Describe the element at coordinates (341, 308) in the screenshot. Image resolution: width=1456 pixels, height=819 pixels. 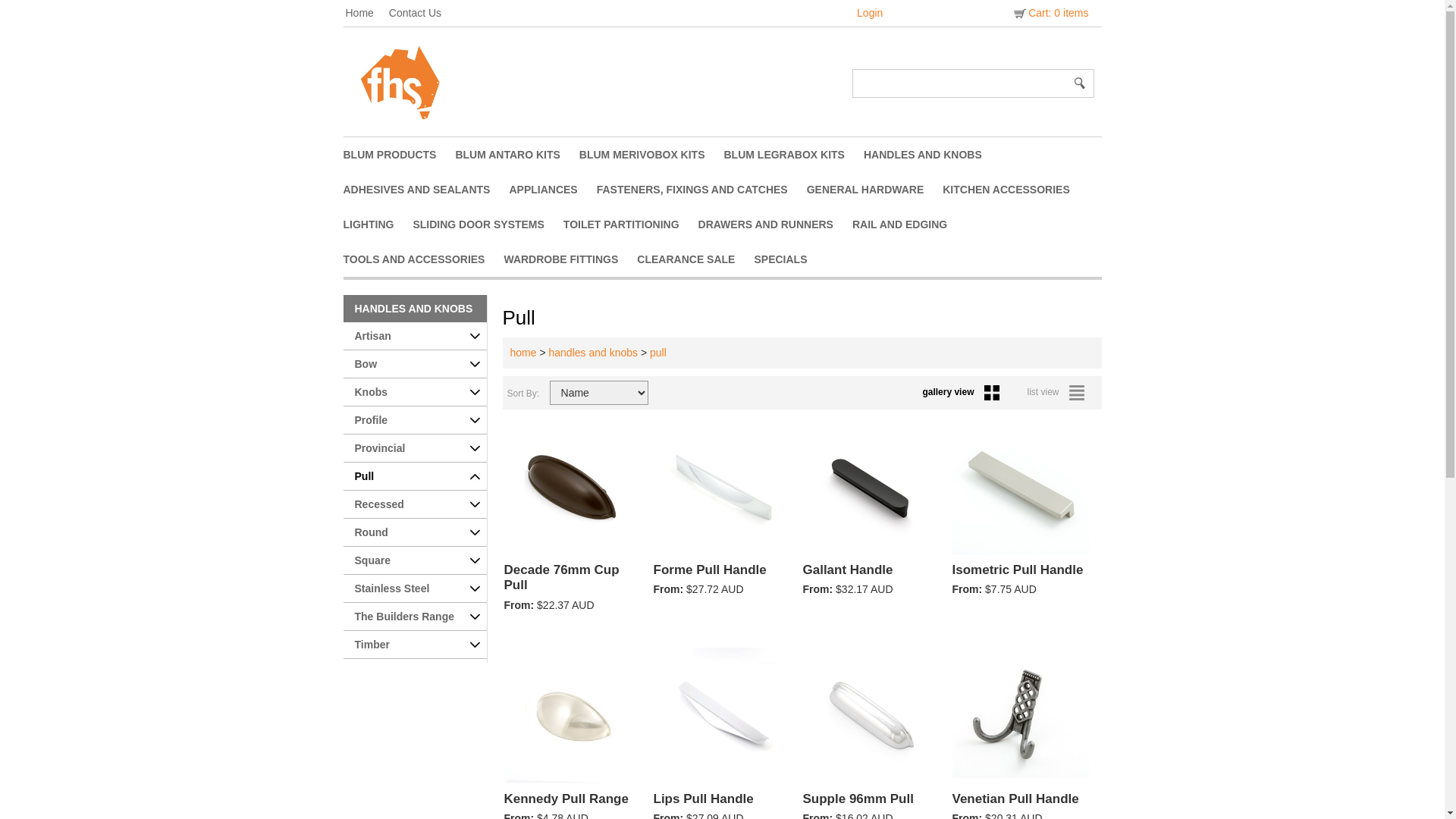
I see `'HANDLES AND KNOBS'` at that location.